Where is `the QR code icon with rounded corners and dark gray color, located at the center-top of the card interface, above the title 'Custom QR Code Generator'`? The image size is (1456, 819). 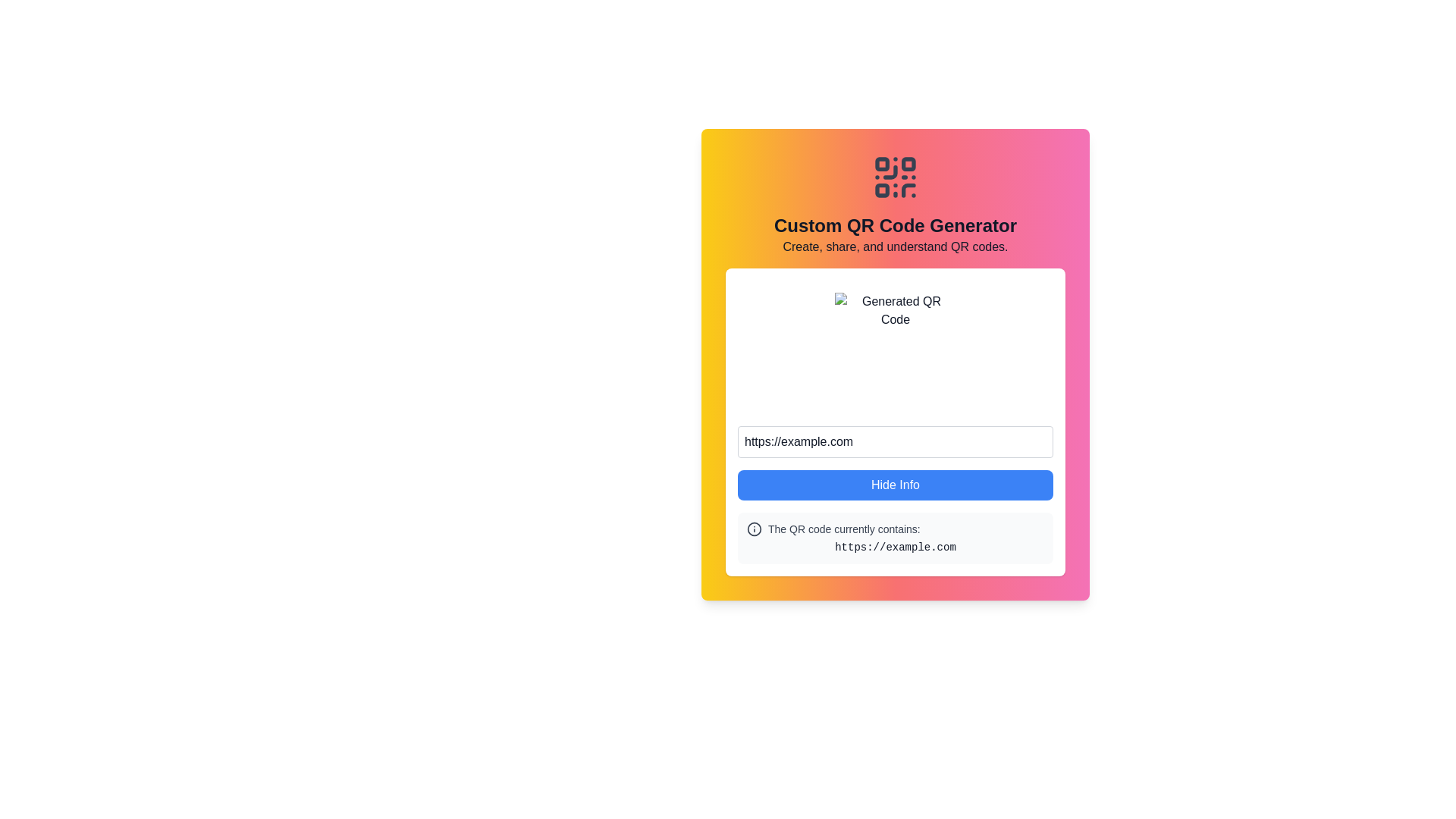 the QR code icon with rounded corners and dark gray color, located at the center-top of the card interface, above the title 'Custom QR Code Generator' is located at coordinates (895, 177).